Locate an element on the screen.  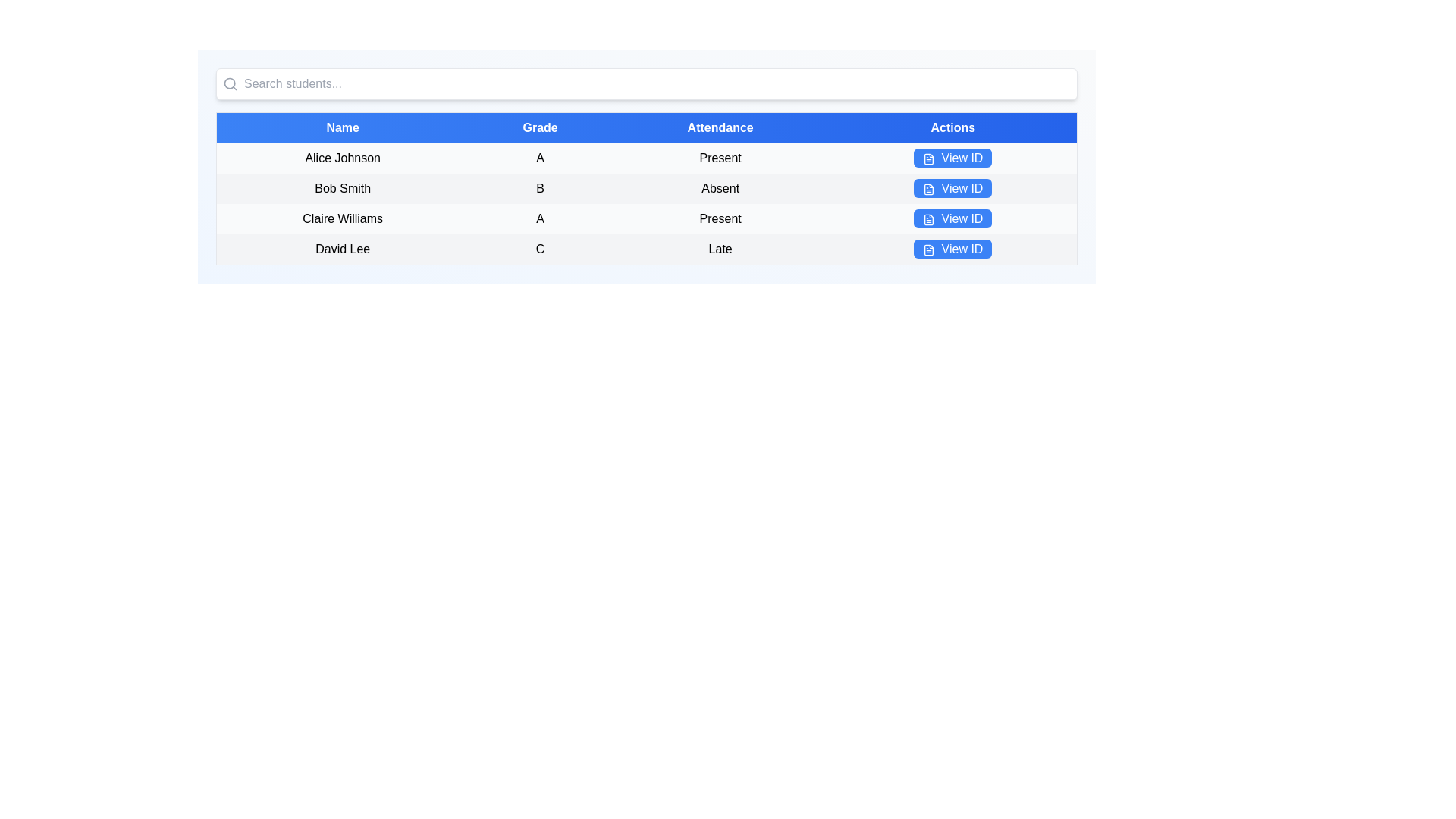
the circular element within the magnifying glass icon, which is part of the search functionality located on the left side of the search input box in the header is located at coordinates (229, 83).